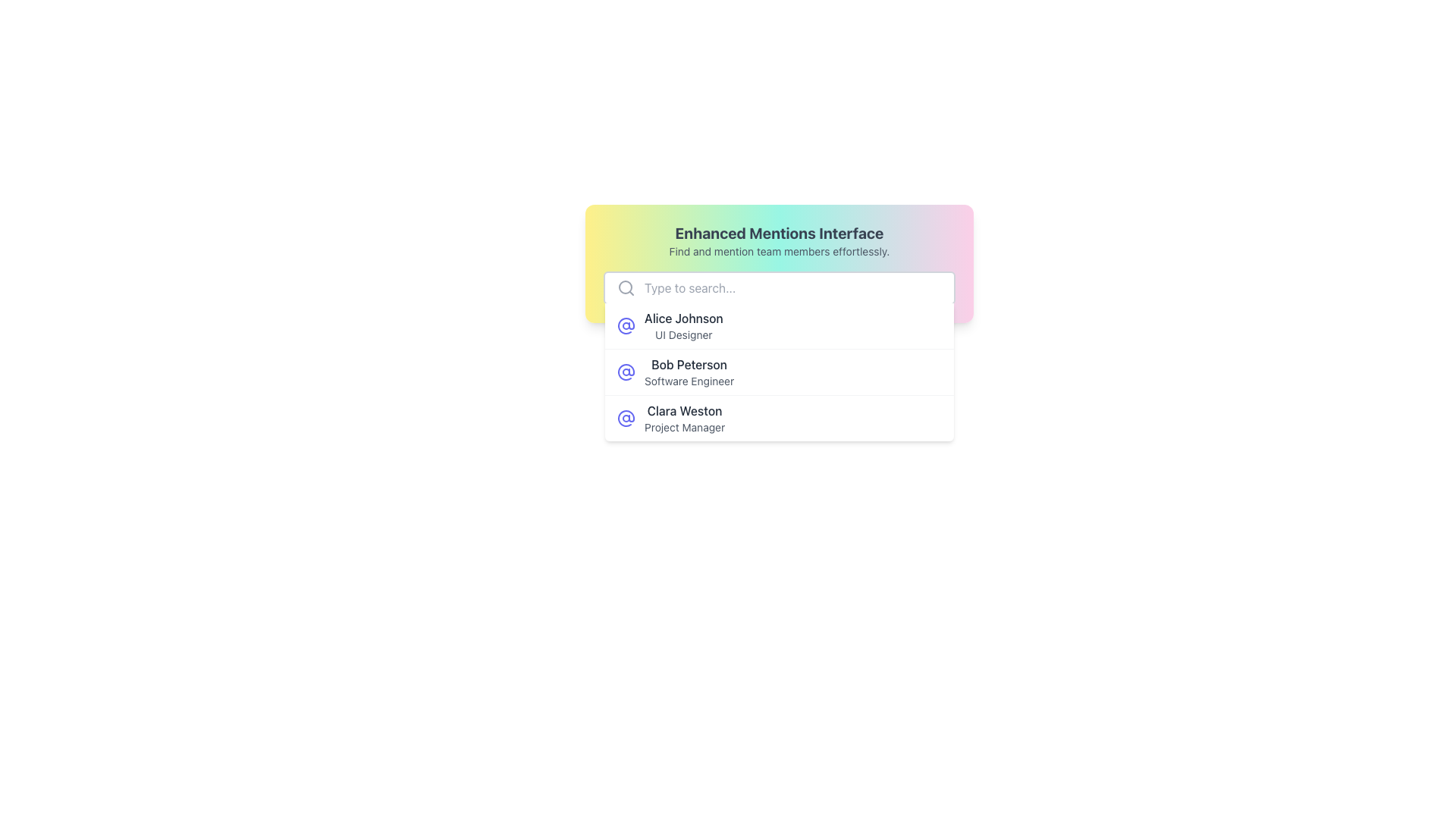 This screenshot has height=819, width=1456. I want to click on the gray search magnifying glass icon located at the beginning of the search bar, which has a placeholder text 'Type to search...' to its right, so click(626, 288).